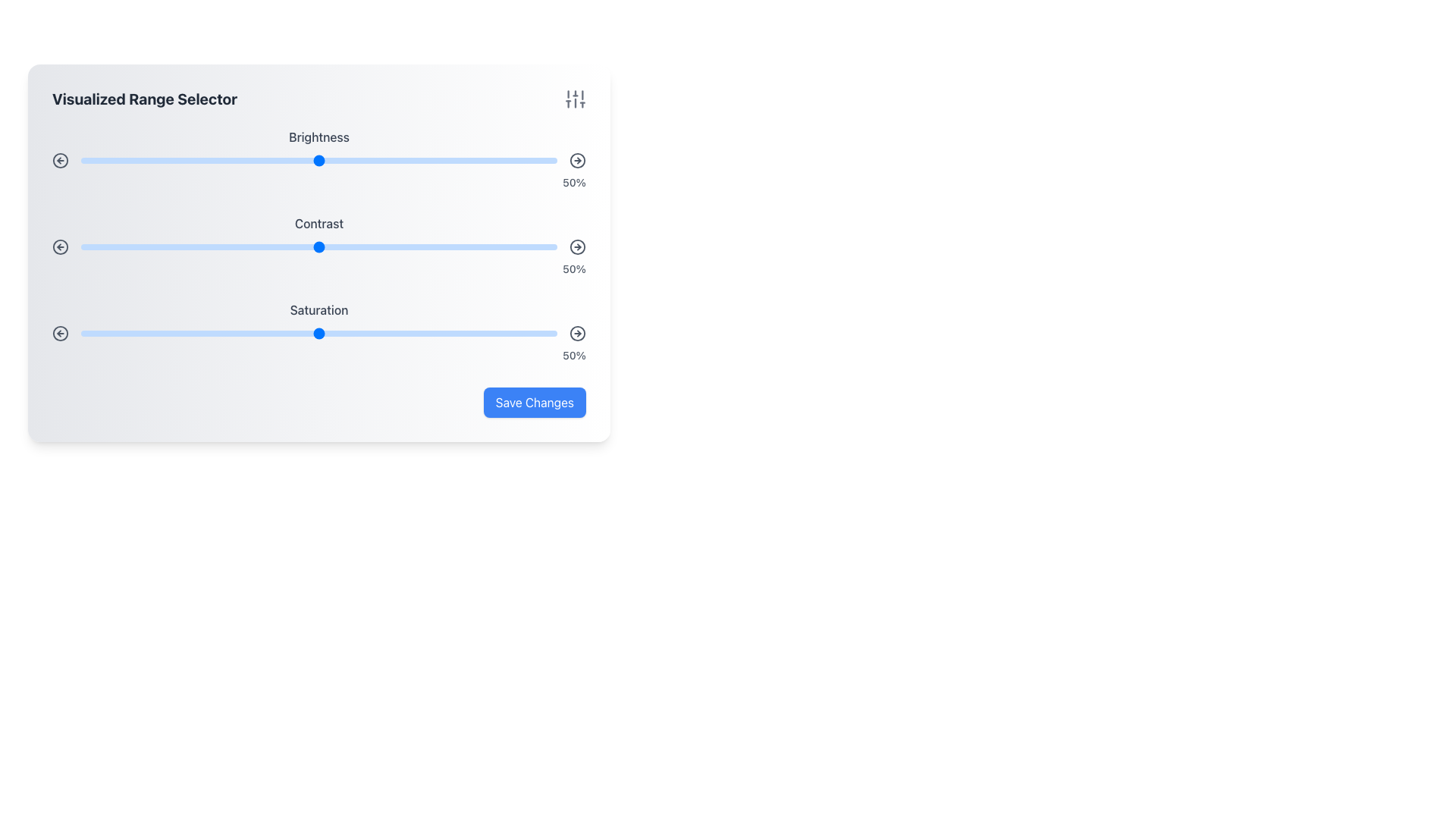  Describe the element at coordinates (371, 246) in the screenshot. I see `the value of the contrast slider` at that location.